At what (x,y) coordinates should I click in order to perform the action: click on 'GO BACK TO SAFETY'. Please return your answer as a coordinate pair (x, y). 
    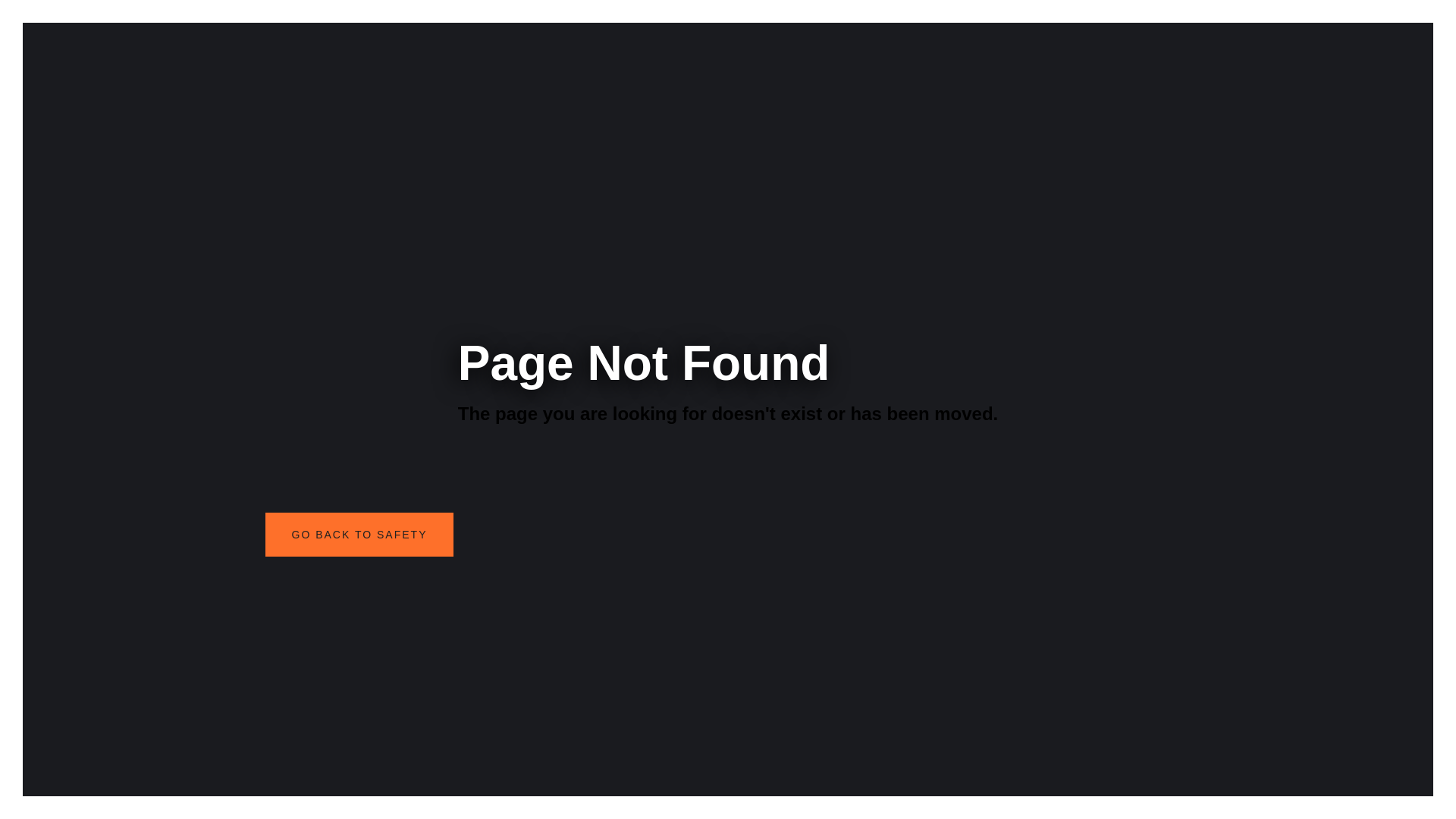
    Looking at the image, I should click on (359, 534).